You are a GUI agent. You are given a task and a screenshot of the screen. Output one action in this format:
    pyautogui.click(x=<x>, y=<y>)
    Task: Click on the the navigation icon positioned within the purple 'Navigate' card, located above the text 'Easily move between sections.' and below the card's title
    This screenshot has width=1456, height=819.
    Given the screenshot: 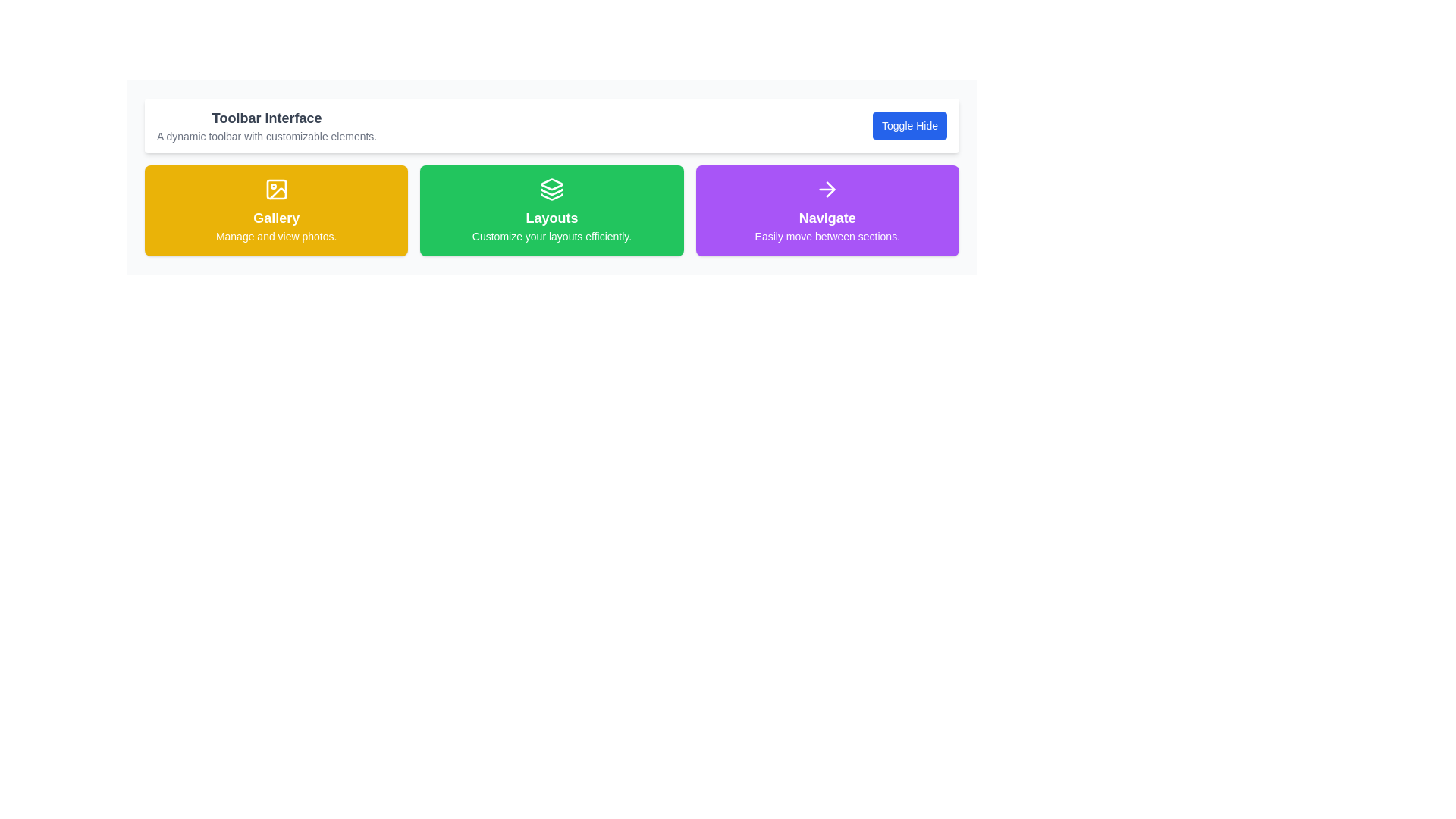 What is the action you would take?
    pyautogui.click(x=827, y=189)
    